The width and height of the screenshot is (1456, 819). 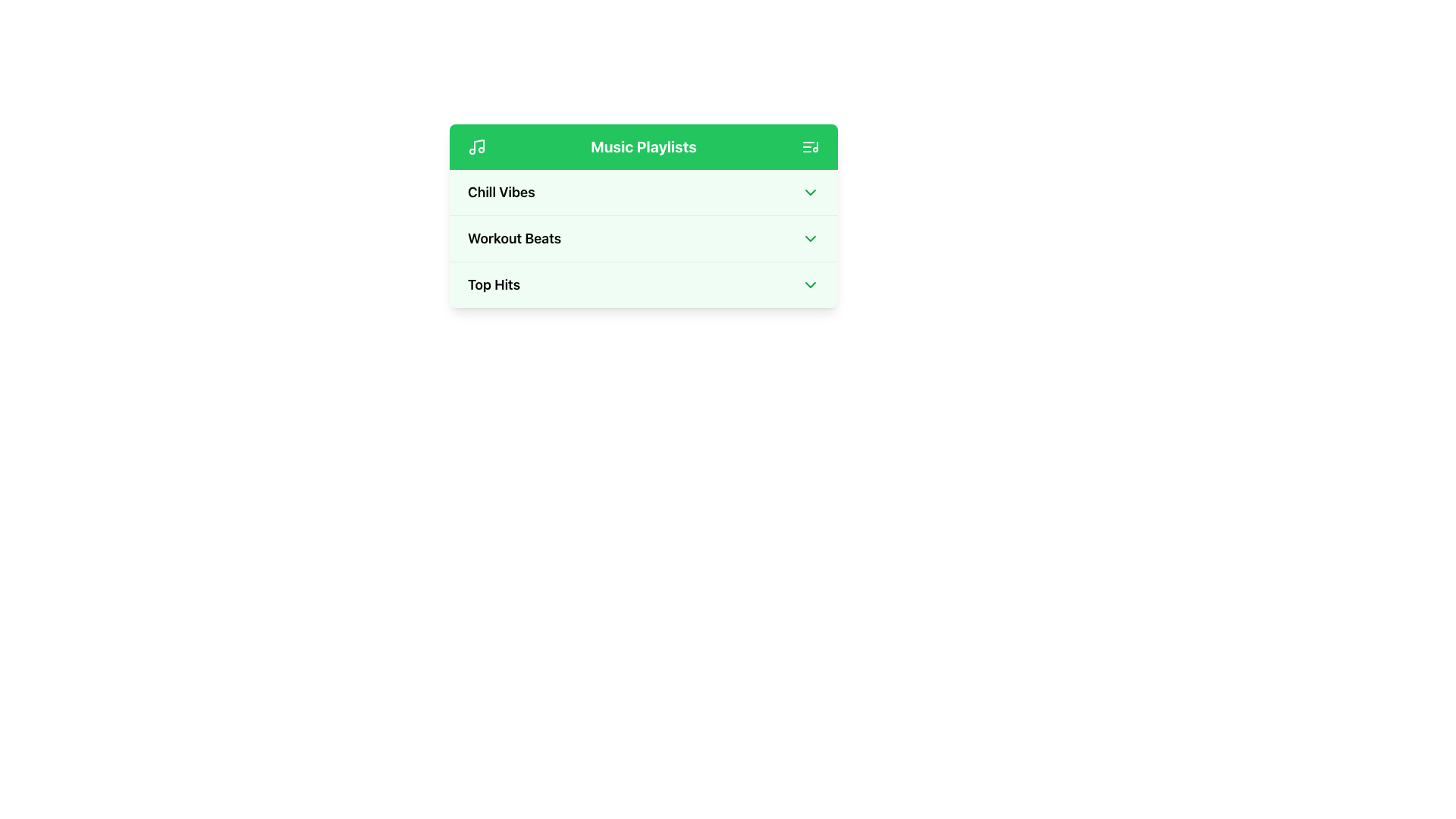 I want to click on the vertical segment of the SVG icon representing a musical note, located to the left of the 'Music Playlists' text in the green header section of the card, so click(x=479, y=146).